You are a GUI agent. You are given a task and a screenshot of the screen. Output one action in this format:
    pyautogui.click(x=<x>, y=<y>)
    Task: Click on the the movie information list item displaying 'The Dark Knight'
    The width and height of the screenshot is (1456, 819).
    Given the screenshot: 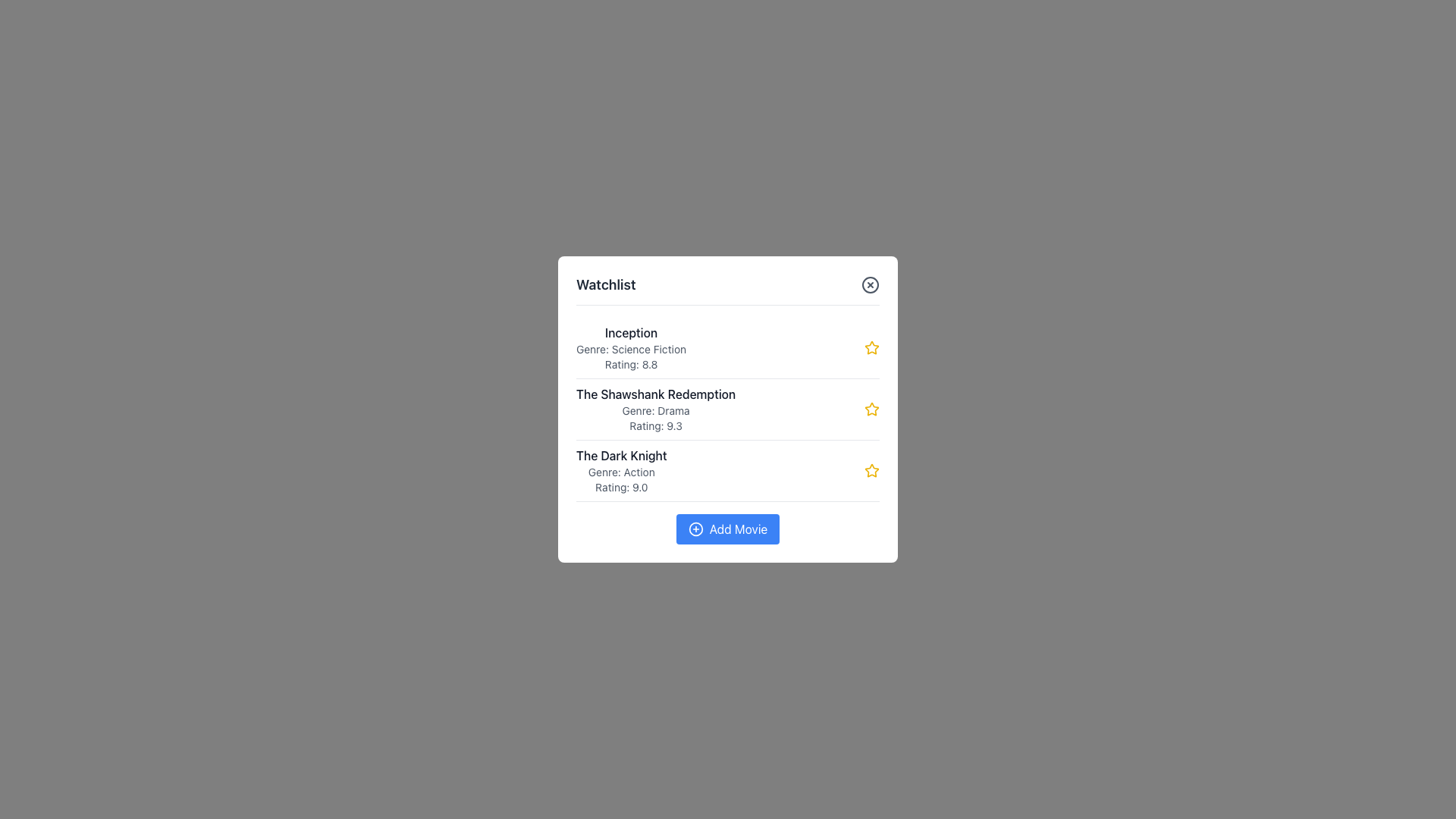 What is the action you would take?
    pyautogui.click(x=728, y=470)
    